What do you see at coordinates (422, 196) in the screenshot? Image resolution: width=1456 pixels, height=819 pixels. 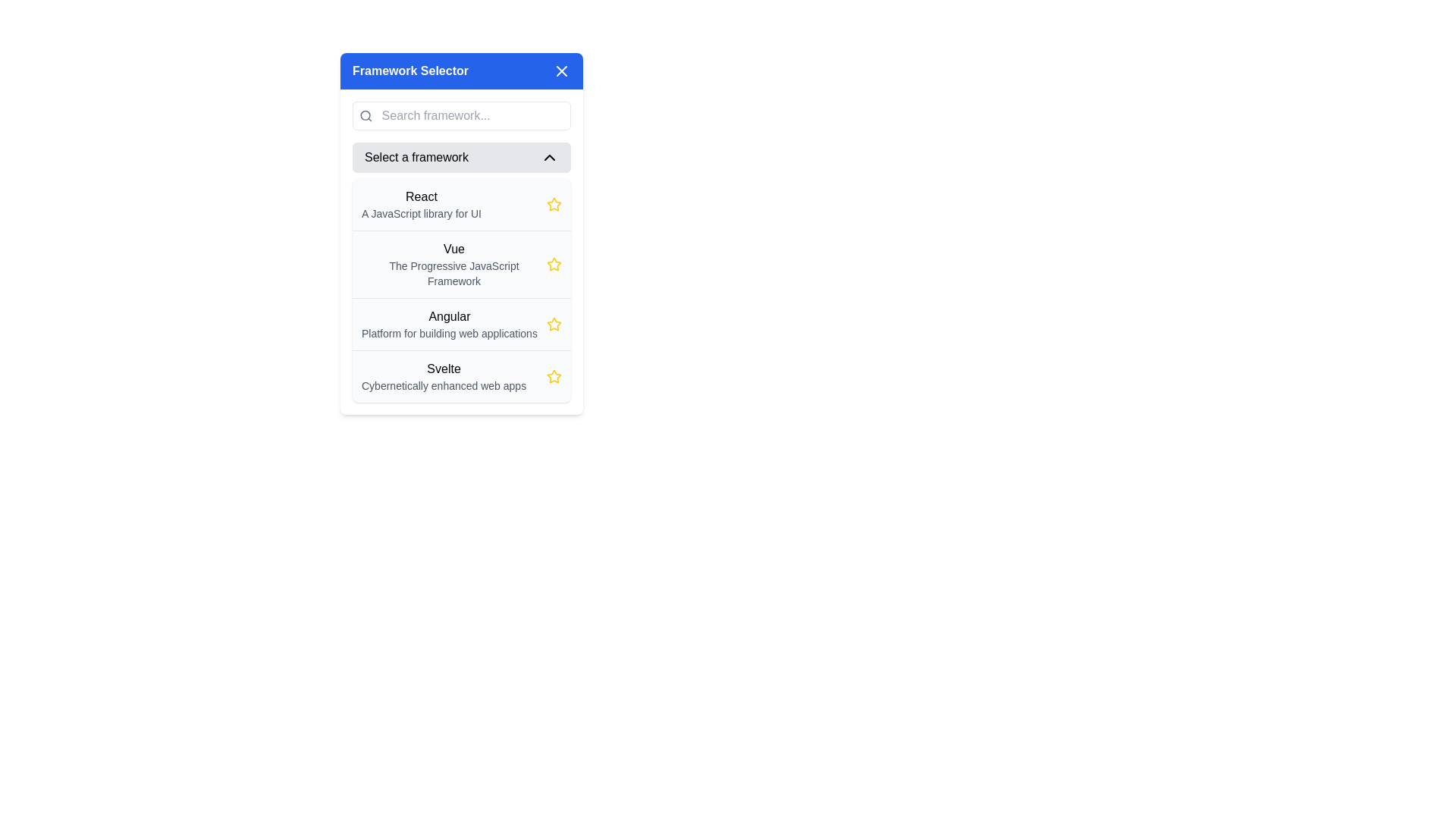 I see `the static text label that identifies the framework option in the dropdown list under the header 'Select a framework'` at bounding box center [422, 196].